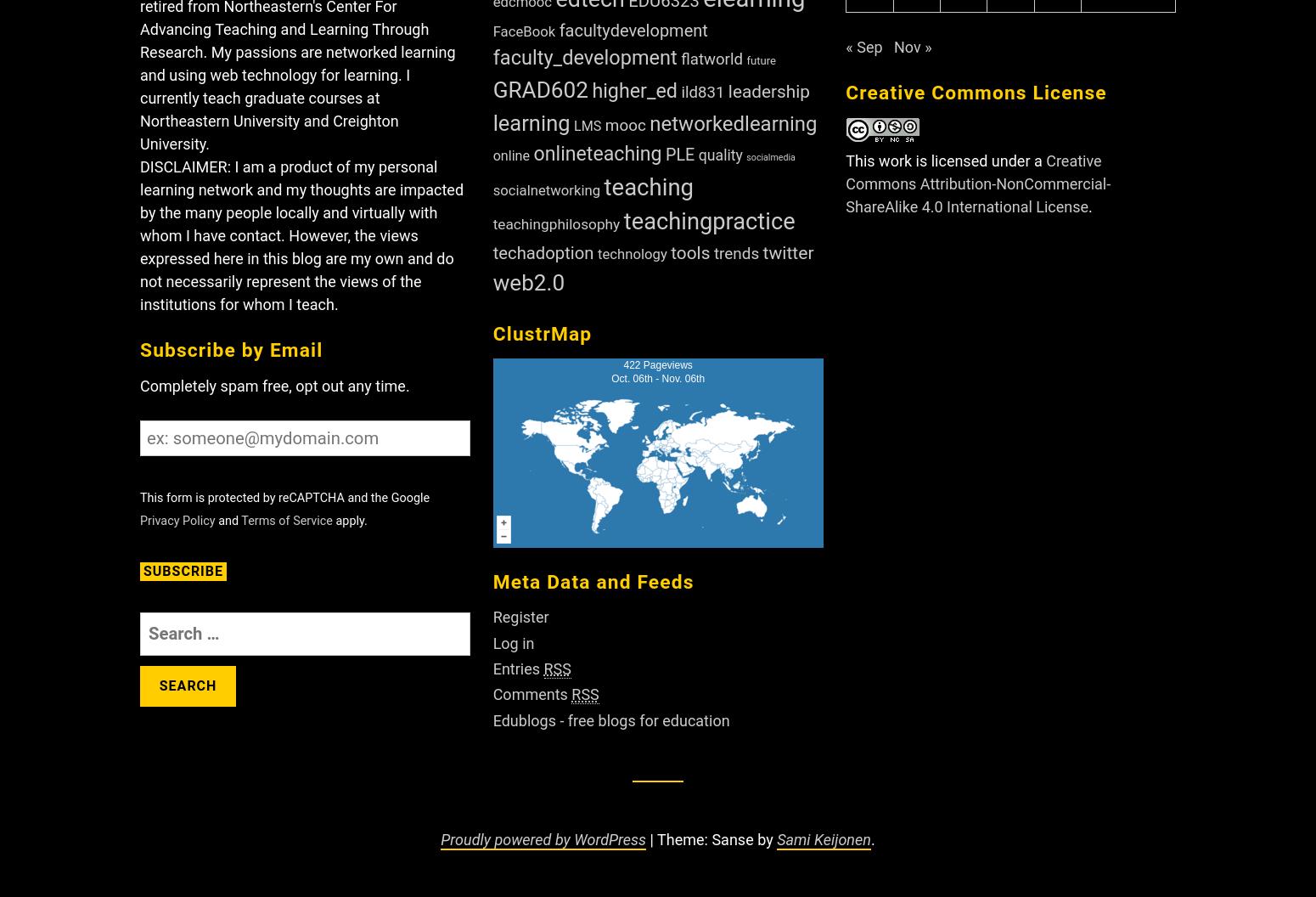 Image resolution: width=1316 pixels, height=897 pixels. I want to click on 'trends', so click(736, 252).